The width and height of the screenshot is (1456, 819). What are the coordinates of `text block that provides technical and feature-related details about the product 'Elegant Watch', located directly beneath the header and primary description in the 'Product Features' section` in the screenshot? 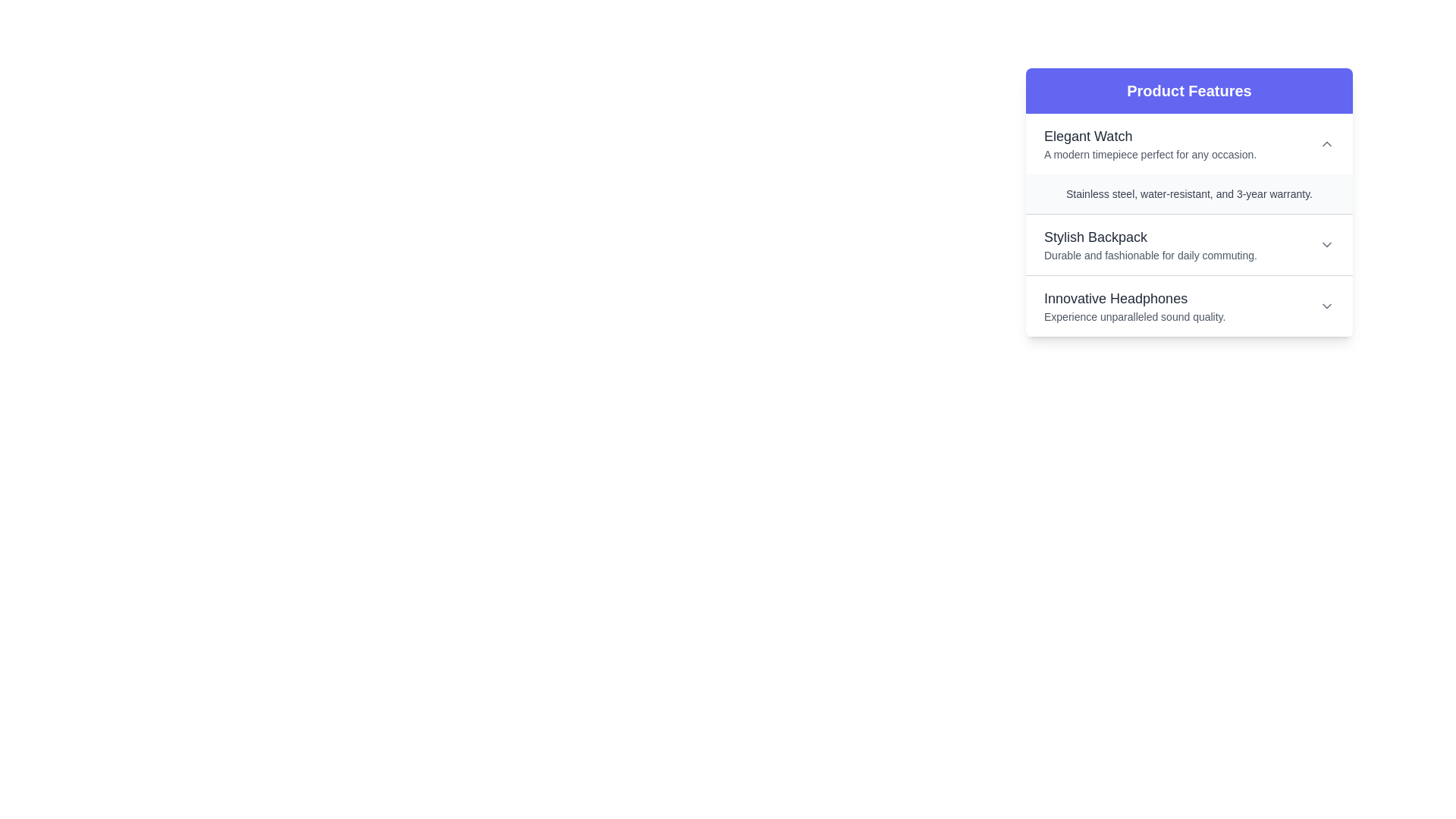 It's located at (1188, 193).